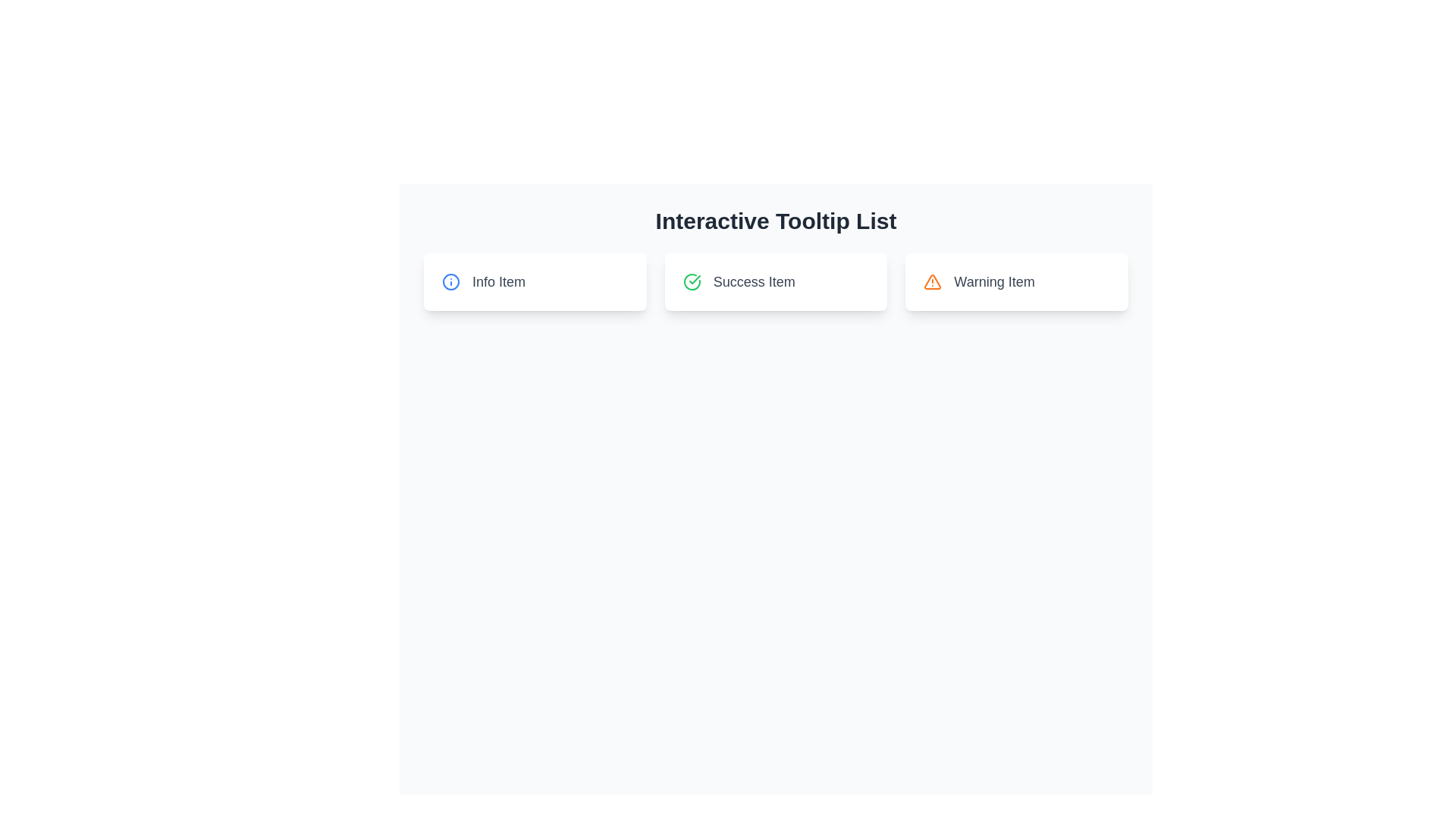 Image resolution: width=1456 pixels, height=819 pixels. What do you see at coordinates (1017, 281) in the screenshot?
I see `displayed warning message in the Card UI component, which is the third card in a row of three, positioned to the far right` at bounding box center [1017, 281].